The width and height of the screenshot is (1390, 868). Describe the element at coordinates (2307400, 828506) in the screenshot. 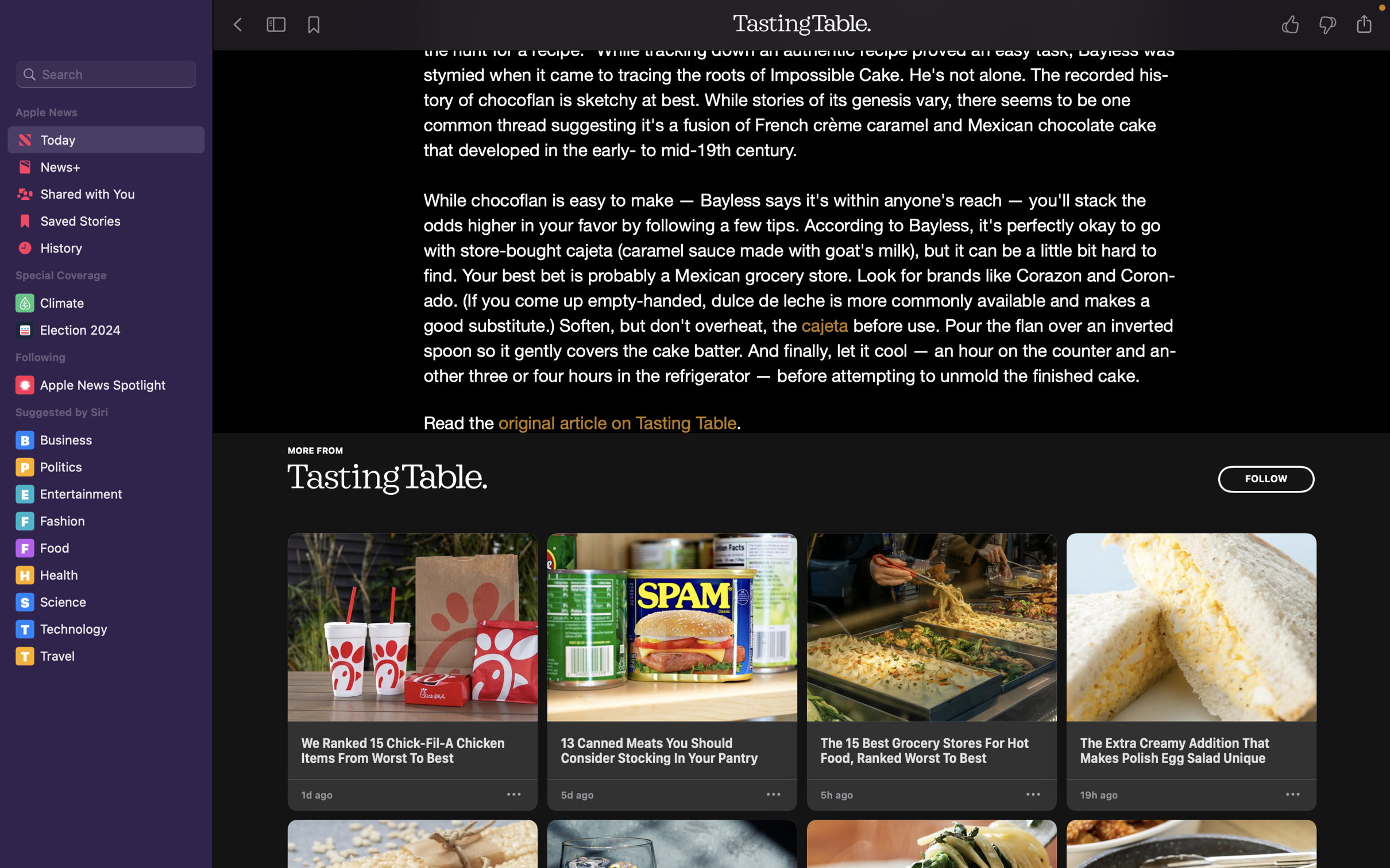

I see `the next set of stories by scrolling down` at that location.